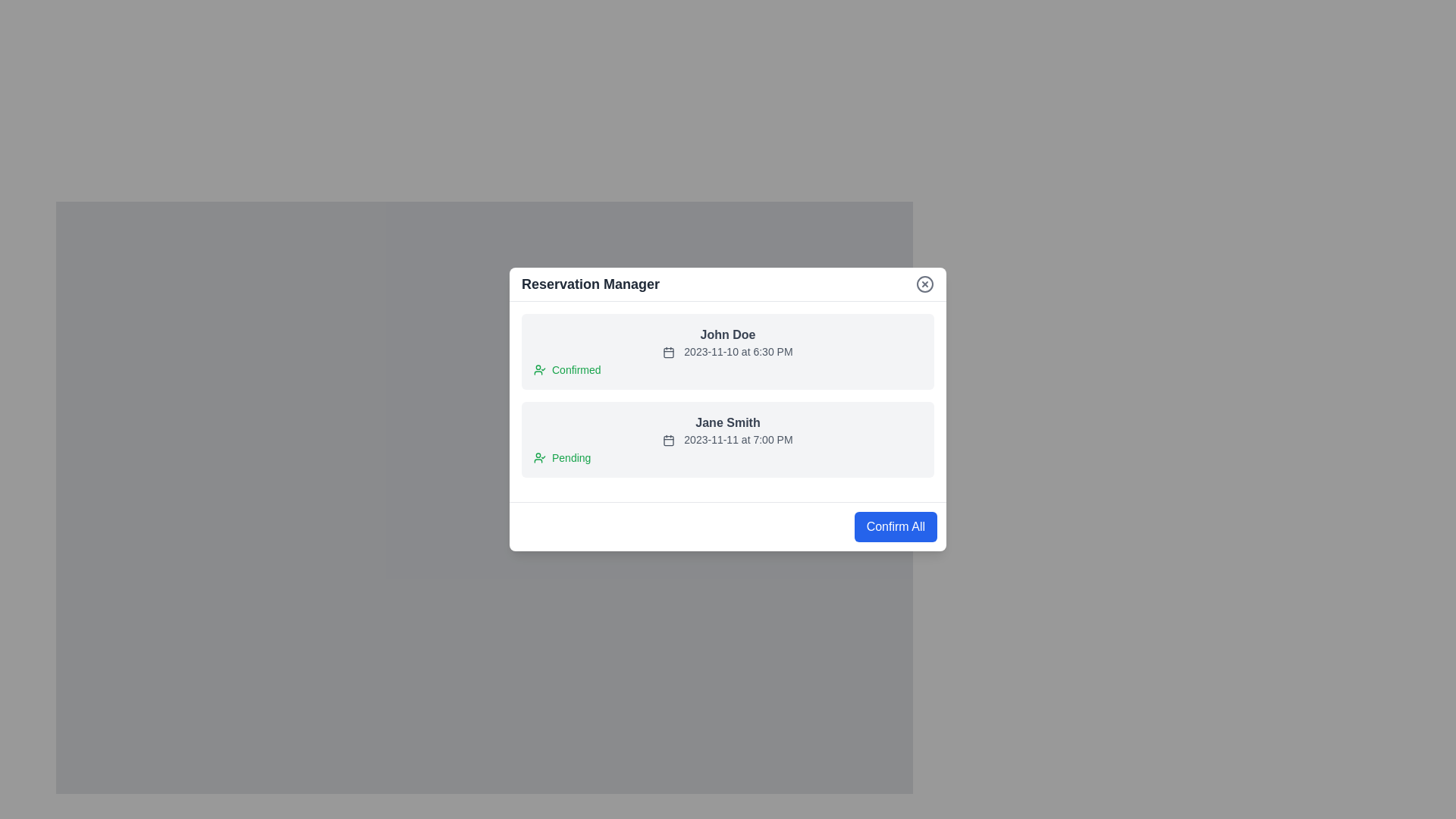 The height and width of the screenshot is (819, 1456). Describe the element at coordinates (728, 370) in the screenshot. I see `the confirmation status indicator located below 'John Doe' and the reservation date '2023-11-10 at 6:30 PM' in the user details section` at that location.